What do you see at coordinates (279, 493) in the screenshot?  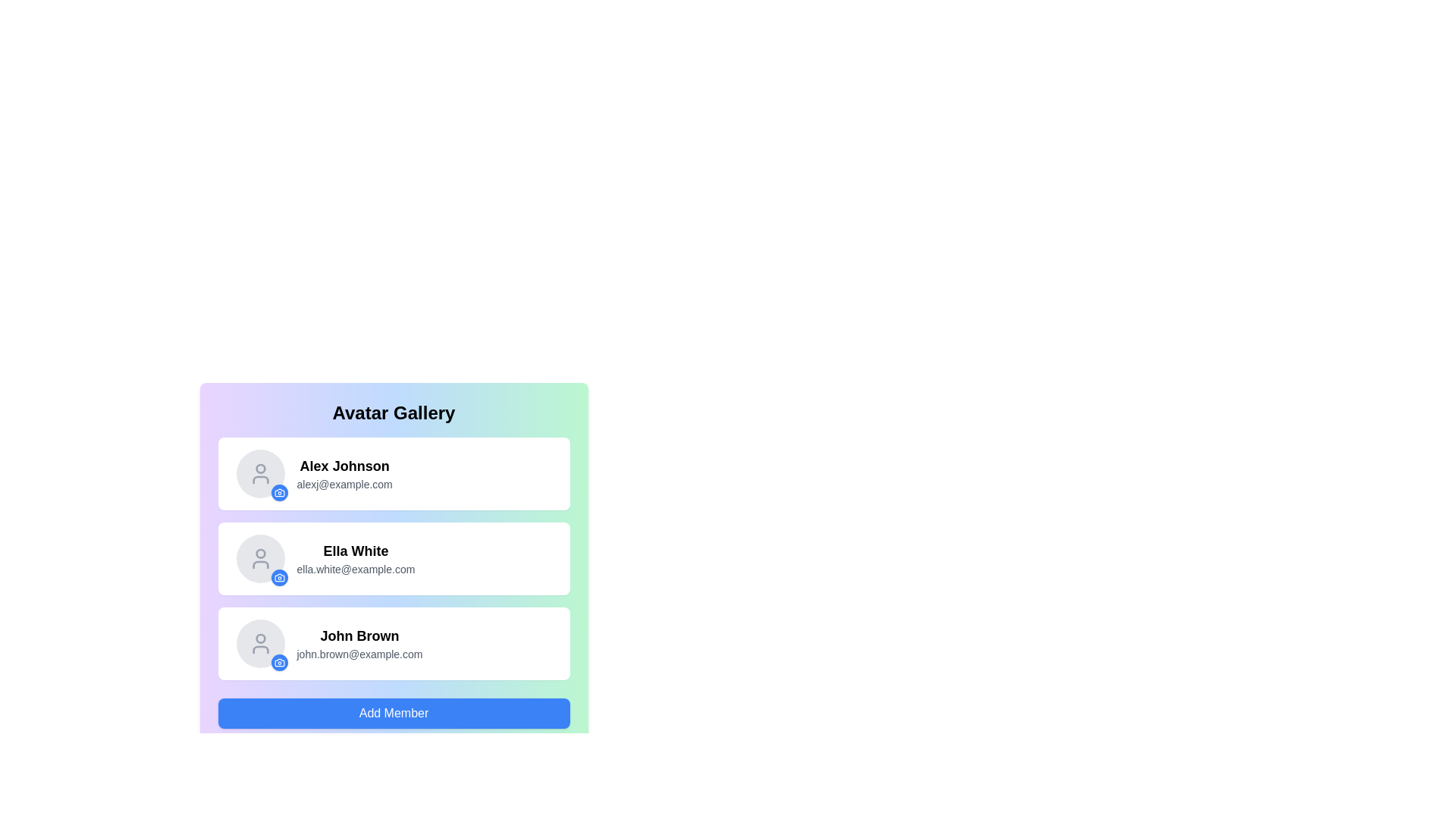 I see `the camera icon located within the circular button at the bottom-right of the user avatar` at bounding box center [279, 493].